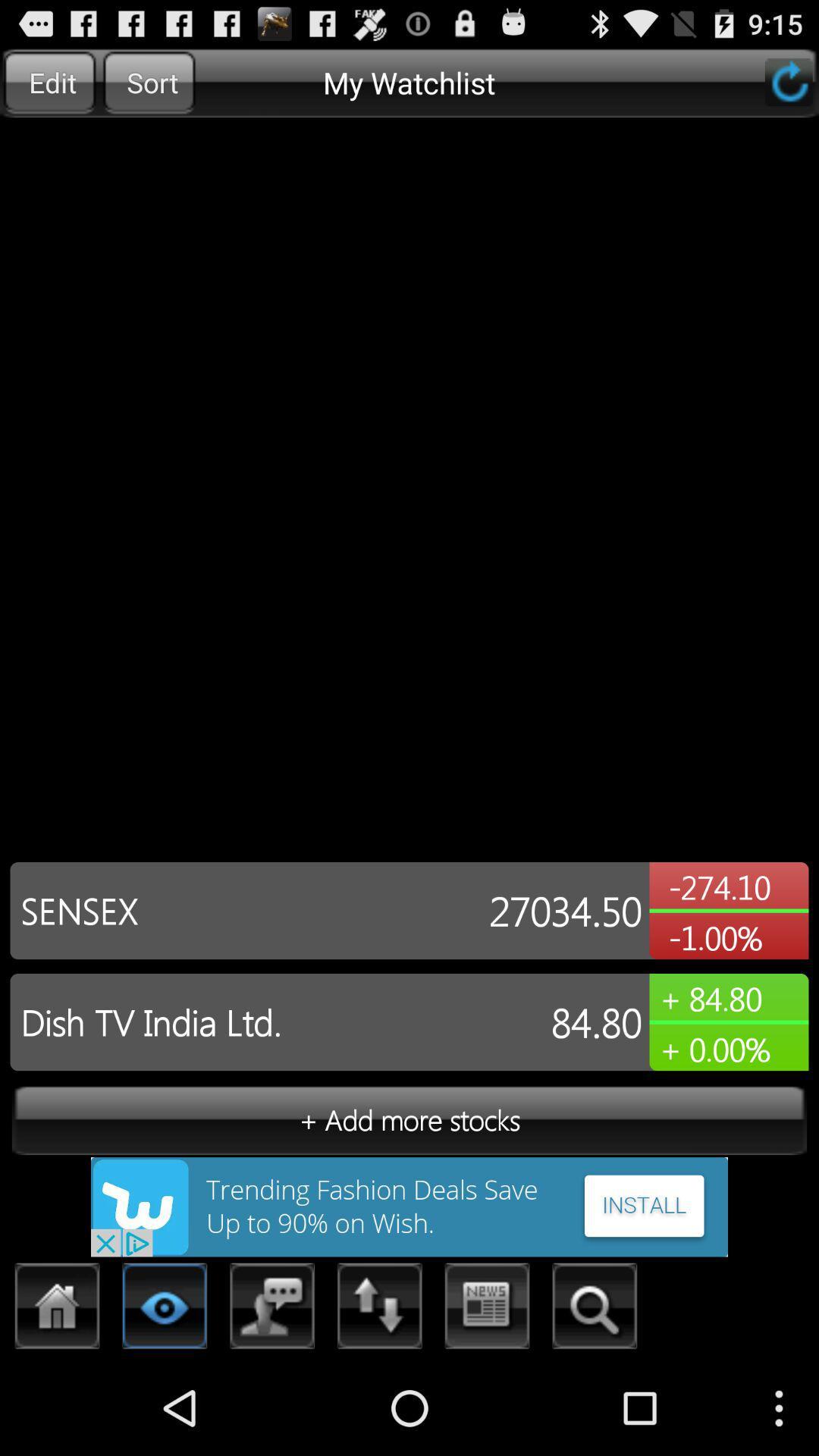 The image size is (819, 1456). What do you see at coordinates (488, 1310) in the screenshot?
I see `access the news` at bounding box center [488, 1310].